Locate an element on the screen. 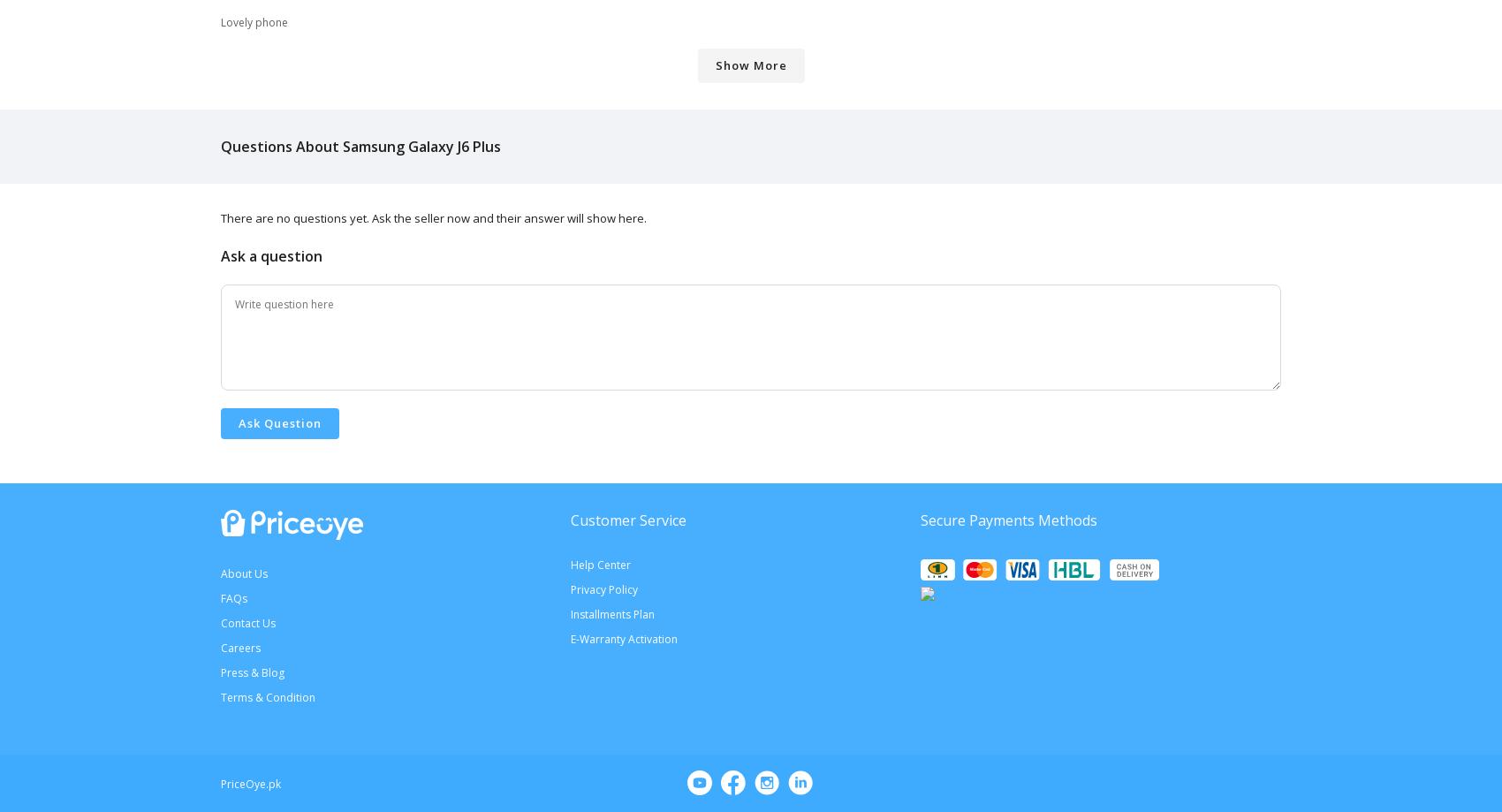 The image size is (1502, 812). 'PriceOye.pk' is located at coordinates (251, 783).